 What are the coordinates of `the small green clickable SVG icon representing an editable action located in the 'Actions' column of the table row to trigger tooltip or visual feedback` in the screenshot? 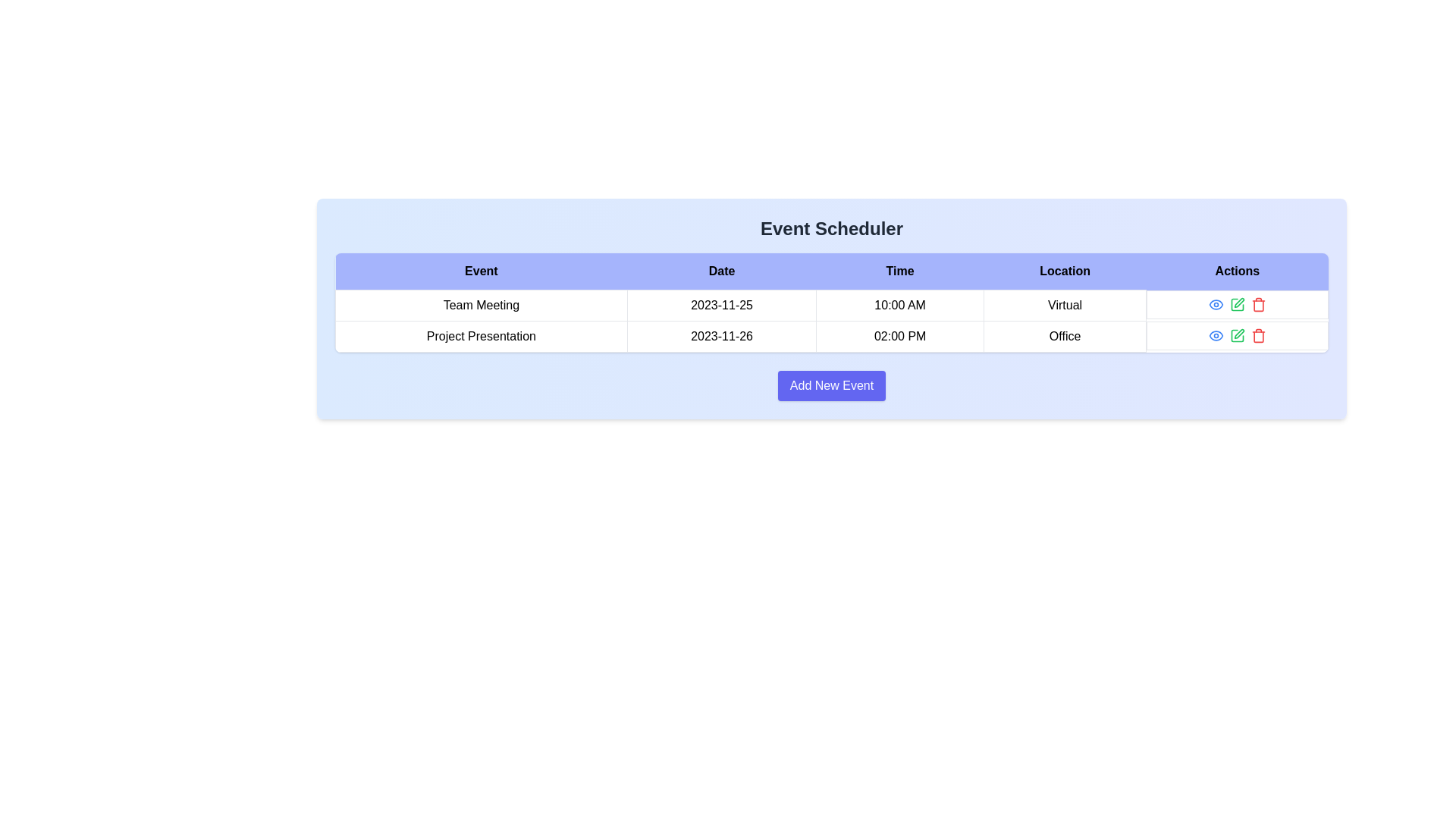 It's located at (1238, 334).